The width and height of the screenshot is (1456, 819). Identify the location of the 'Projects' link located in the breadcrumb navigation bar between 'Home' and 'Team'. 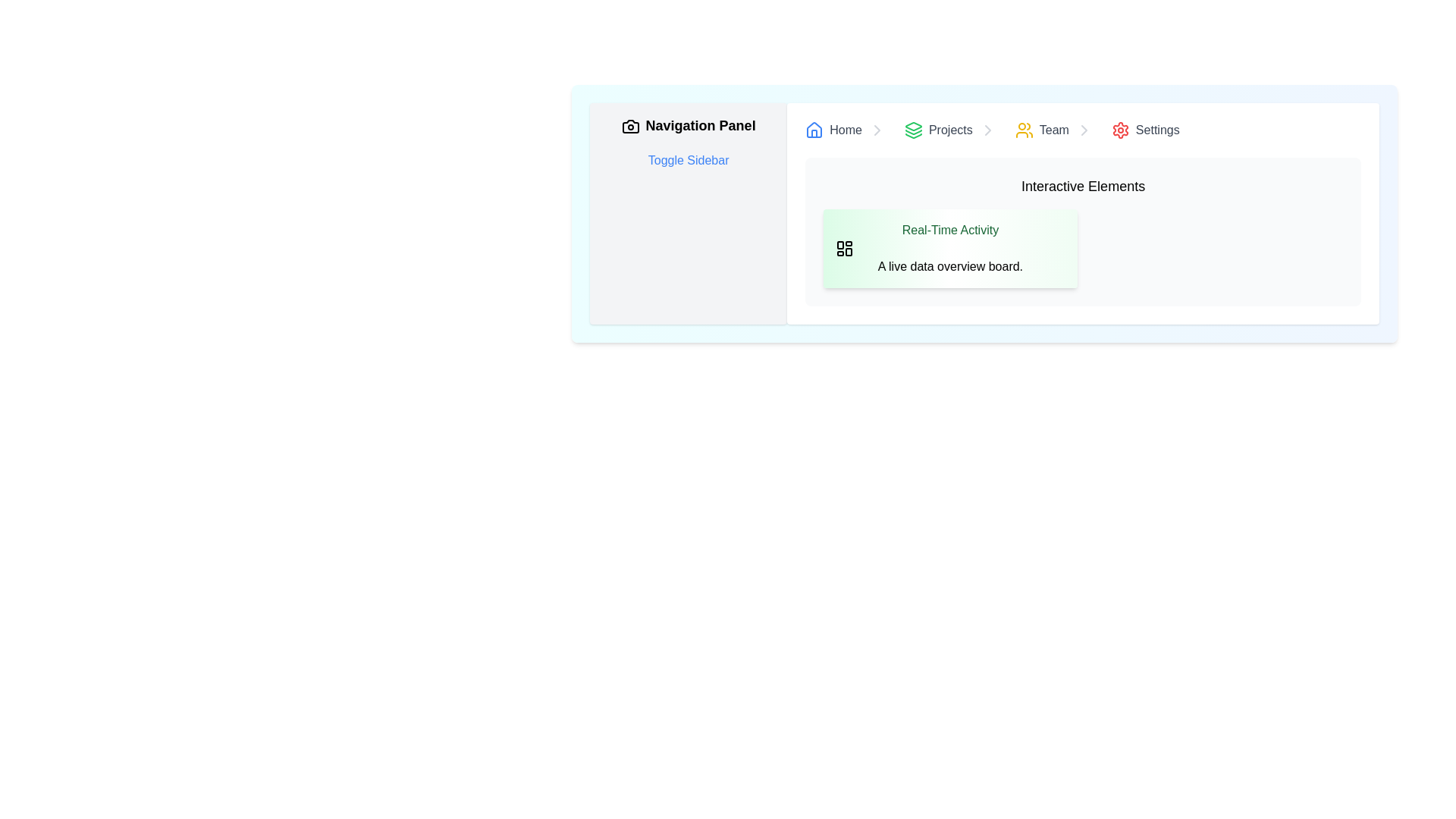
(937, 130).